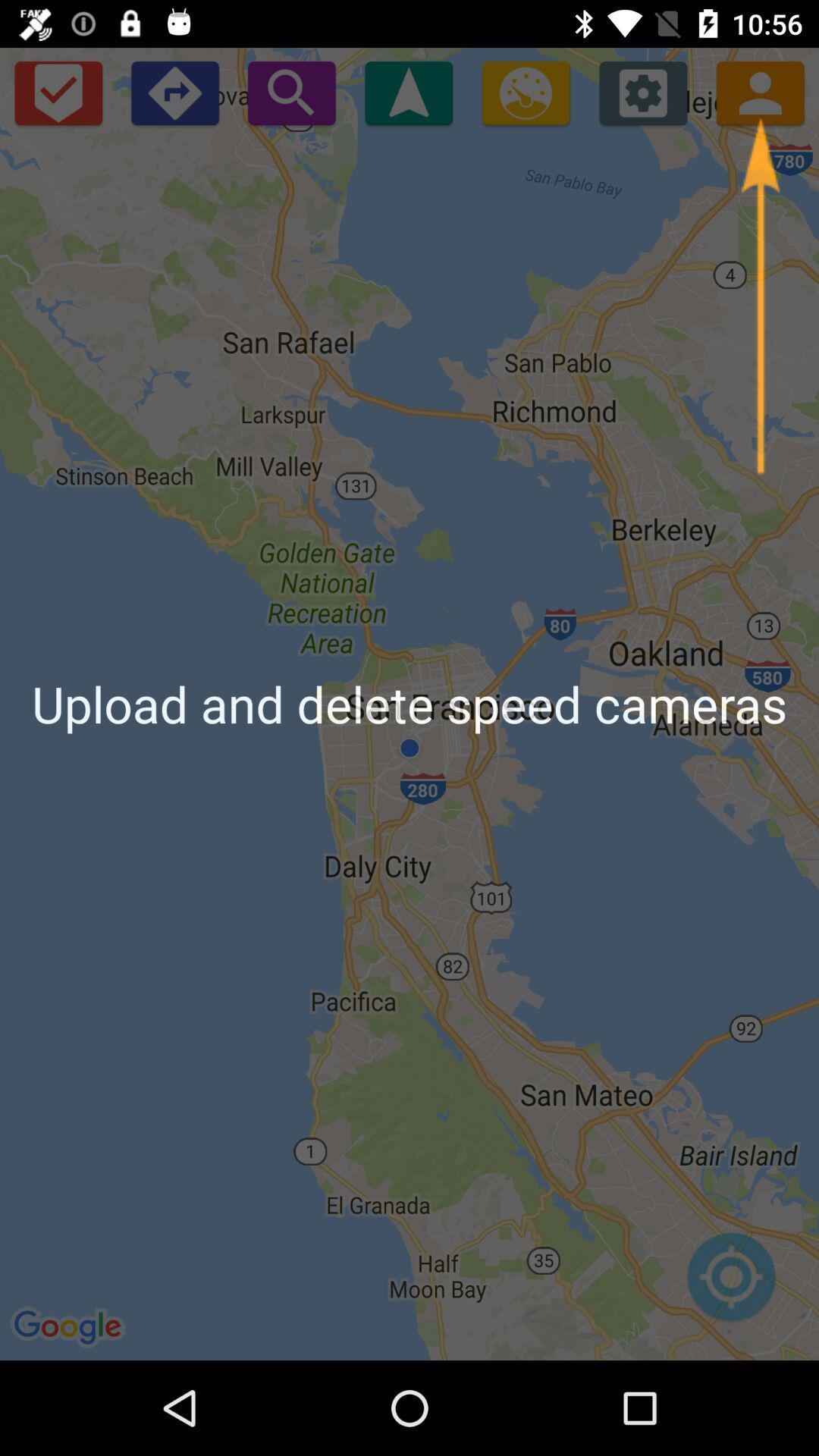 The image size is (819, 1456). What do you see at coordinates (760, 92) in the screenshot?
I see `the icon which is next to the settings icon` at bounding box center [760, 92].